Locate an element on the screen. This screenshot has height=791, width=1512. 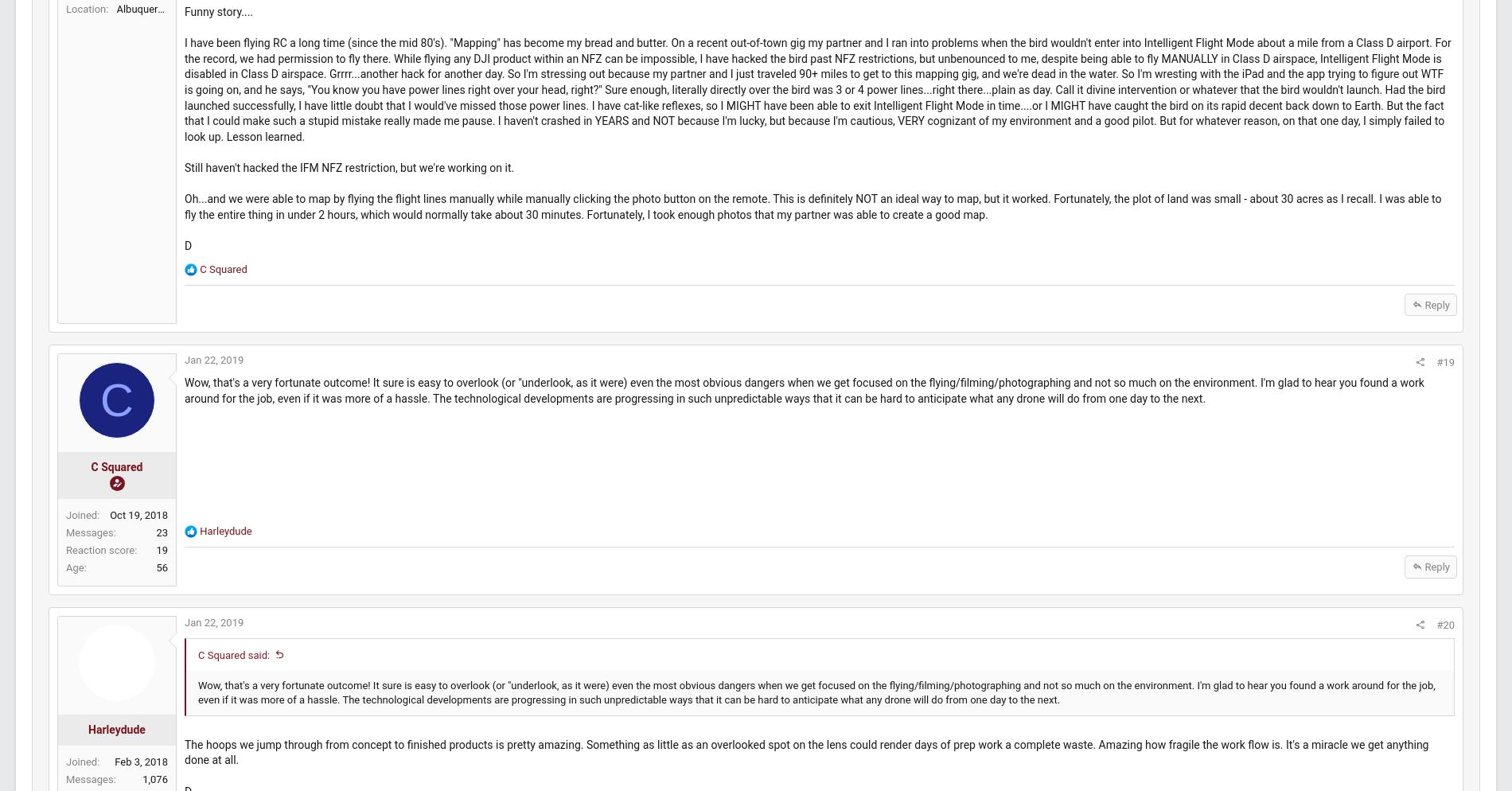
'56' is located at coordinates (193, 664).